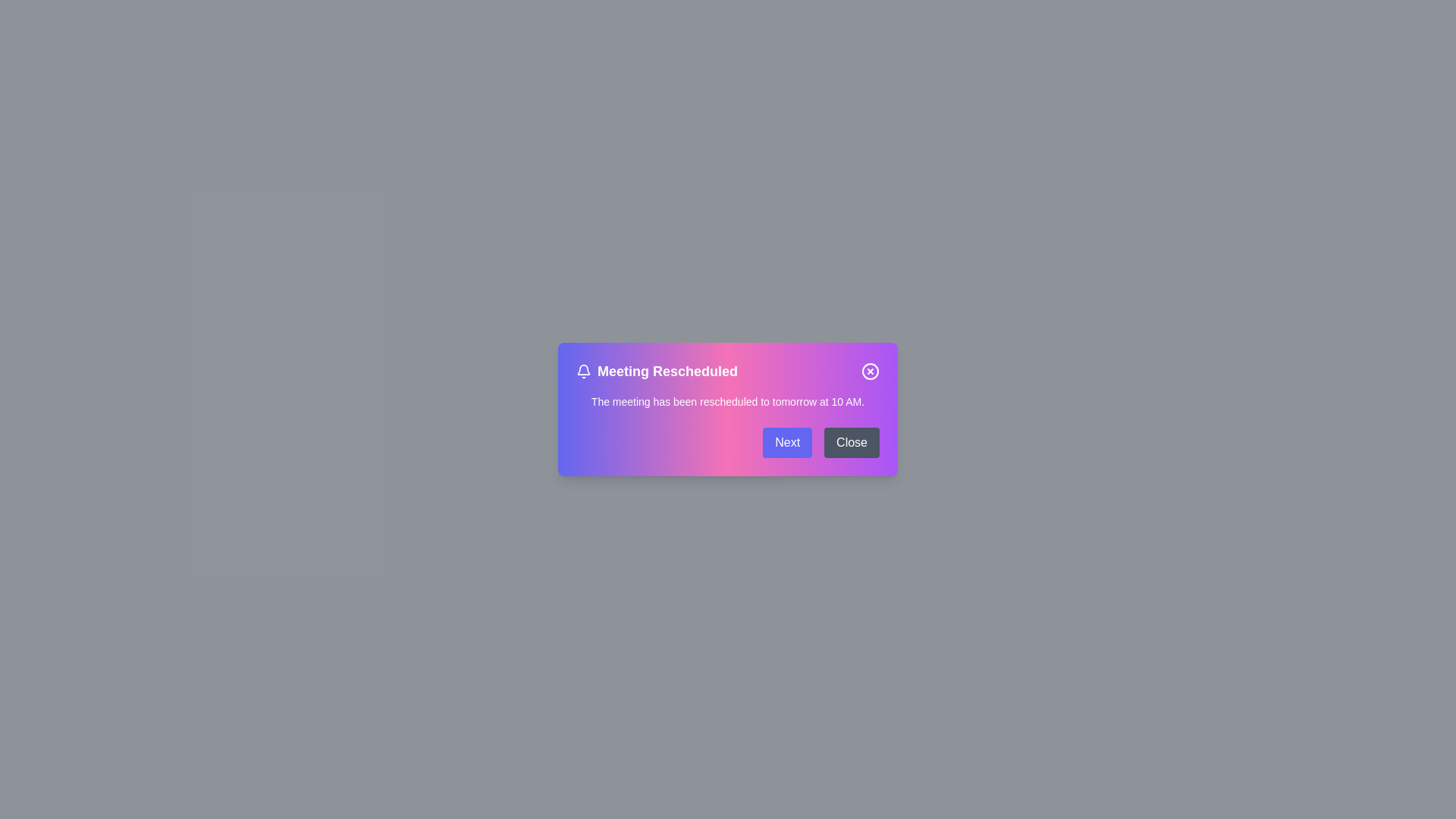  Describe the element at coordinates (852, 442) in the screenshot. I see `the 'Close' button to close the notification dialog` at that location.